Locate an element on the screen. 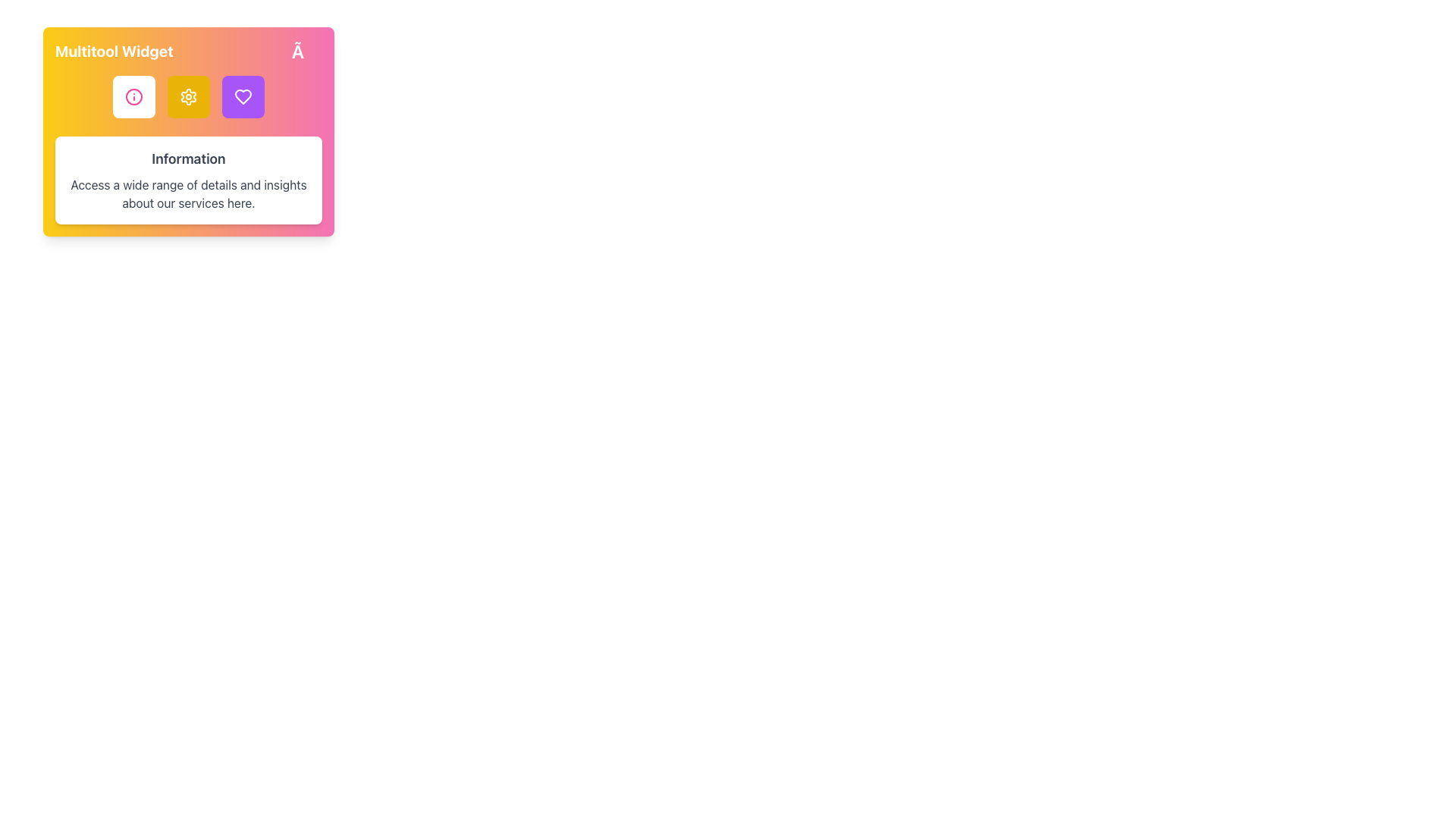 The image size is (1456, 819). the third button in a horizontal row of three, which has a purple background and a white heart icon is located at coordinates (243, 96).